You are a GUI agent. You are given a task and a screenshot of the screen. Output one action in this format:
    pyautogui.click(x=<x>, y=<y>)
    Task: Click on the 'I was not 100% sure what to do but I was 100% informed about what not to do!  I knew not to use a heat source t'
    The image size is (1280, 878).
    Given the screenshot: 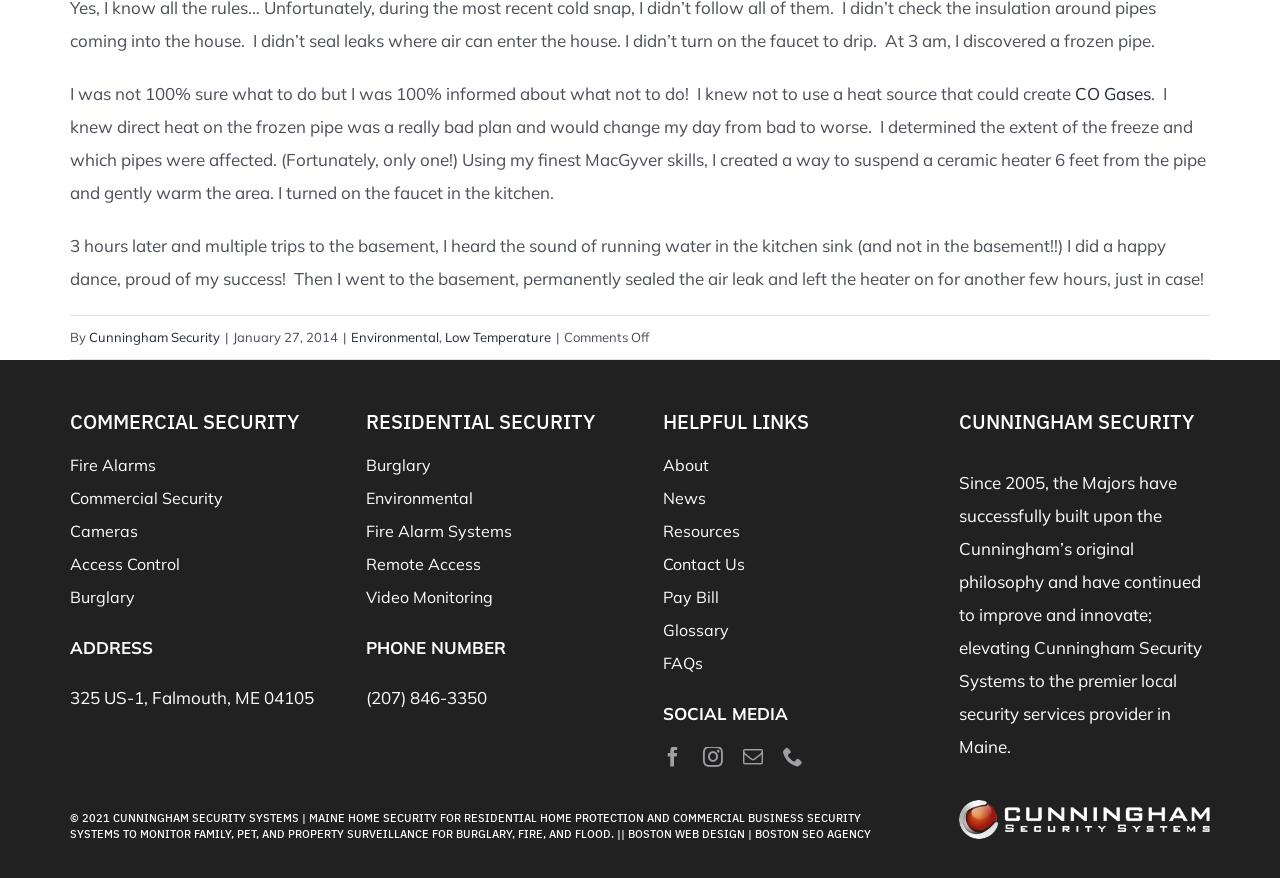 What is the action you would take?
    pyautogui.click(x=508, y=91)
    